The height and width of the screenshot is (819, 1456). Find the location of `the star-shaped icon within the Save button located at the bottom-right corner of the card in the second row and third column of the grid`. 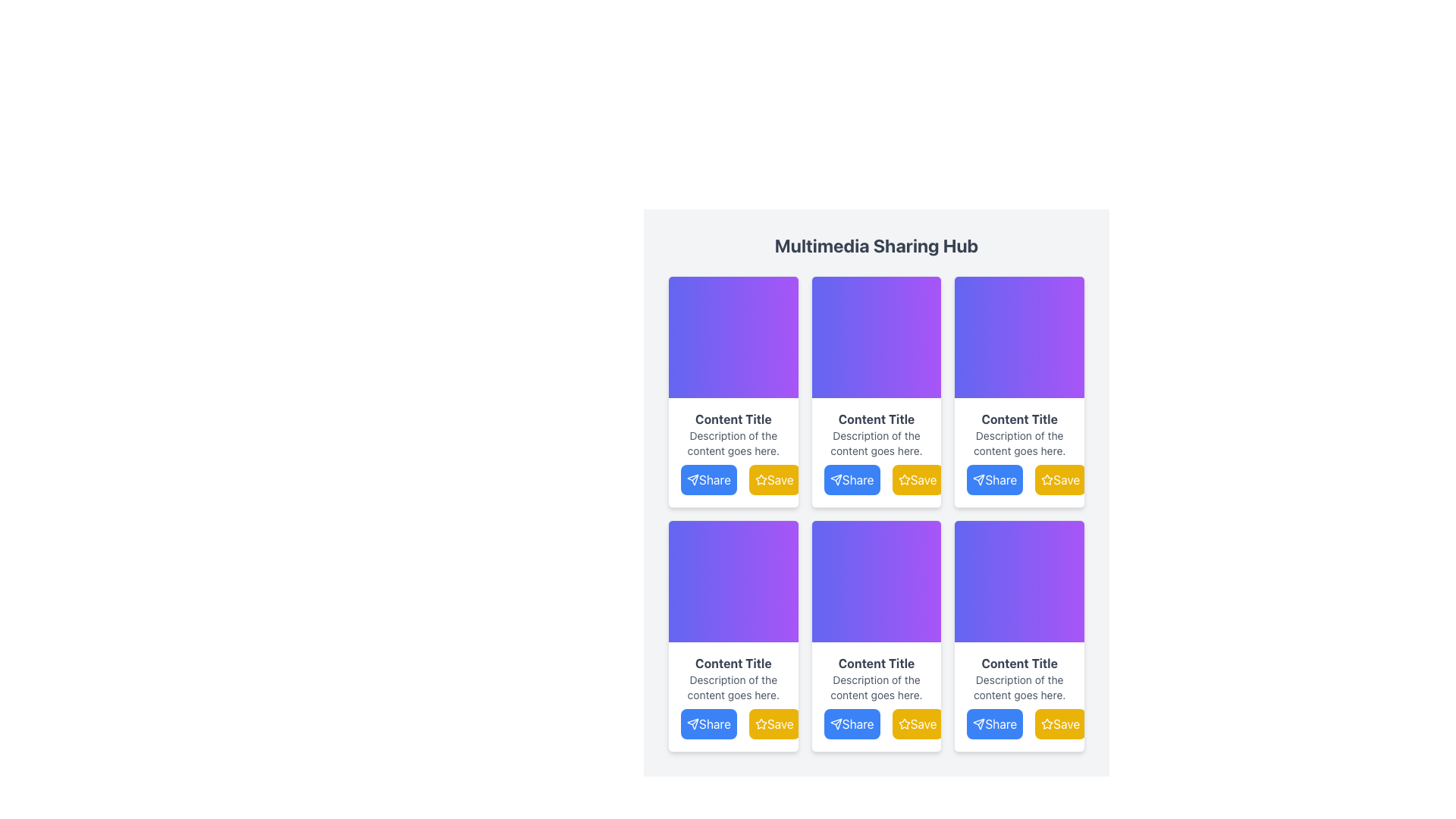

the star-shaped icon within the Save button located at the bottom-right corner of the card in the second row and third column of the grid is located at coordinates (1046, 479).